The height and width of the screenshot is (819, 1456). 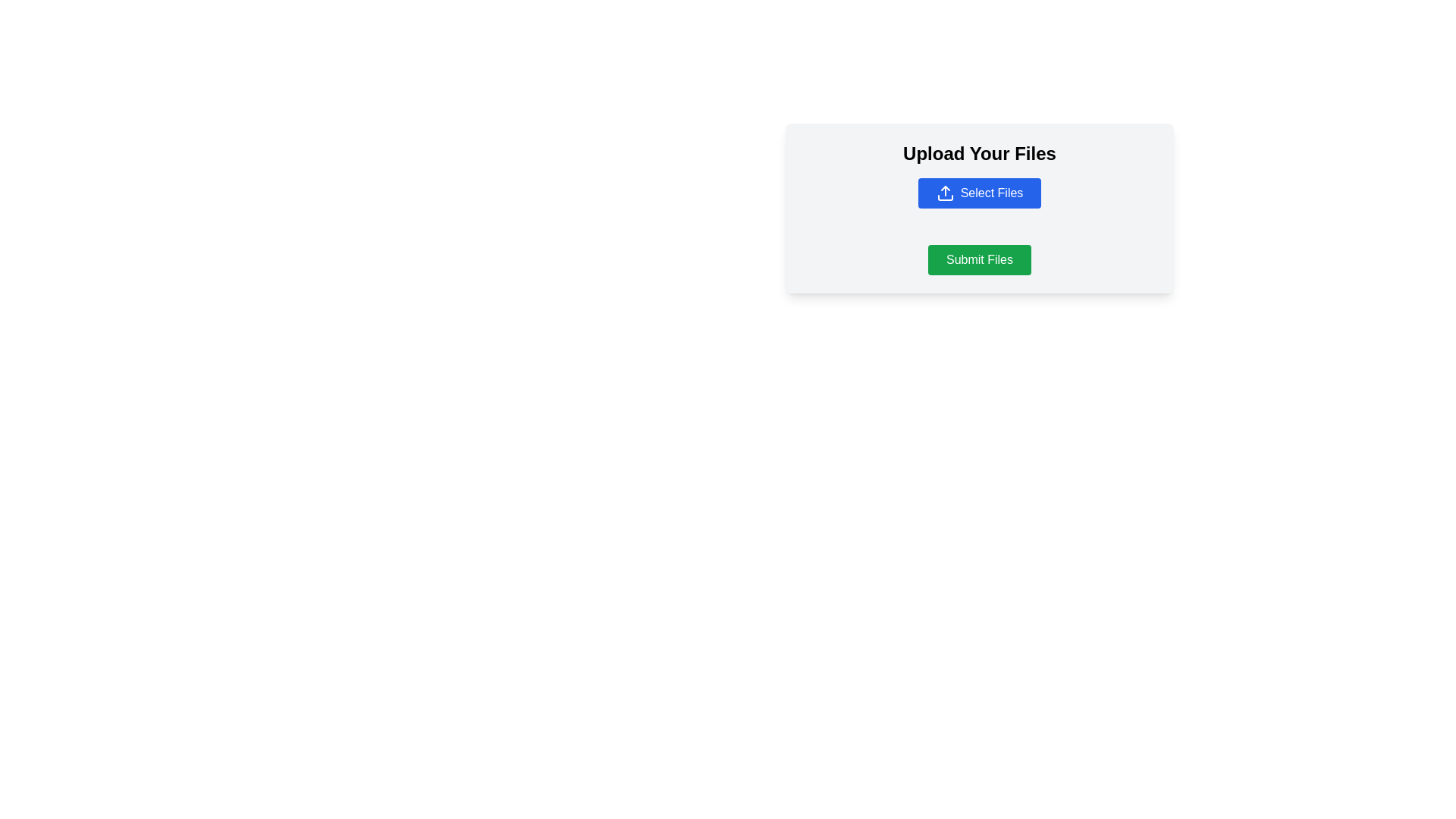 What do you see at coordinates (944, 192) in the screenshot?
I see `the icon representing the functionality of the 'Select Files' button, which is positioned to the left of the text on the button located in the top-middle area of the card` at bounding box center [944, 192].